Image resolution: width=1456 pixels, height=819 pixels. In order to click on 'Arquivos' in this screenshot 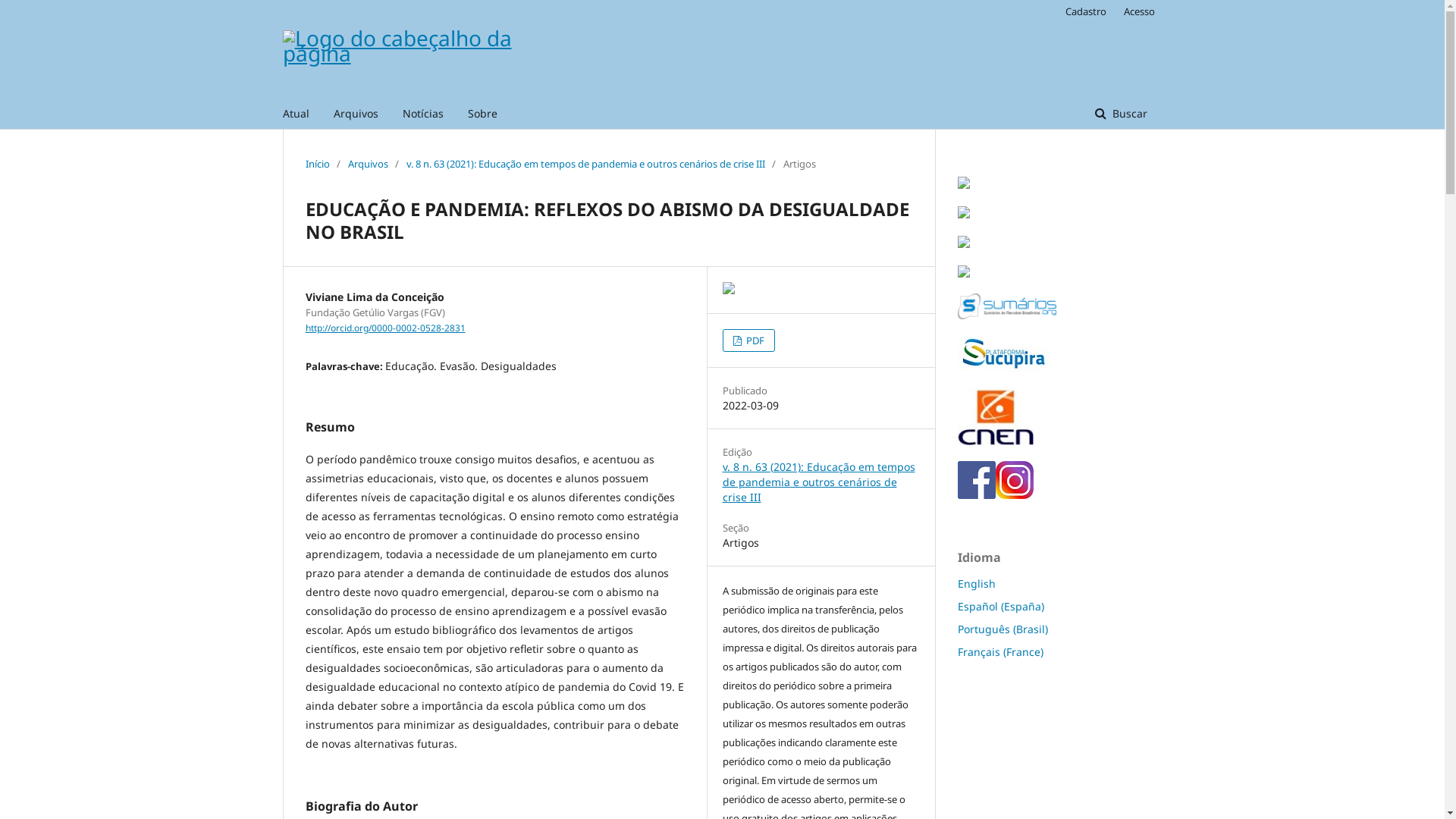, I will do `click(355, 113)`.